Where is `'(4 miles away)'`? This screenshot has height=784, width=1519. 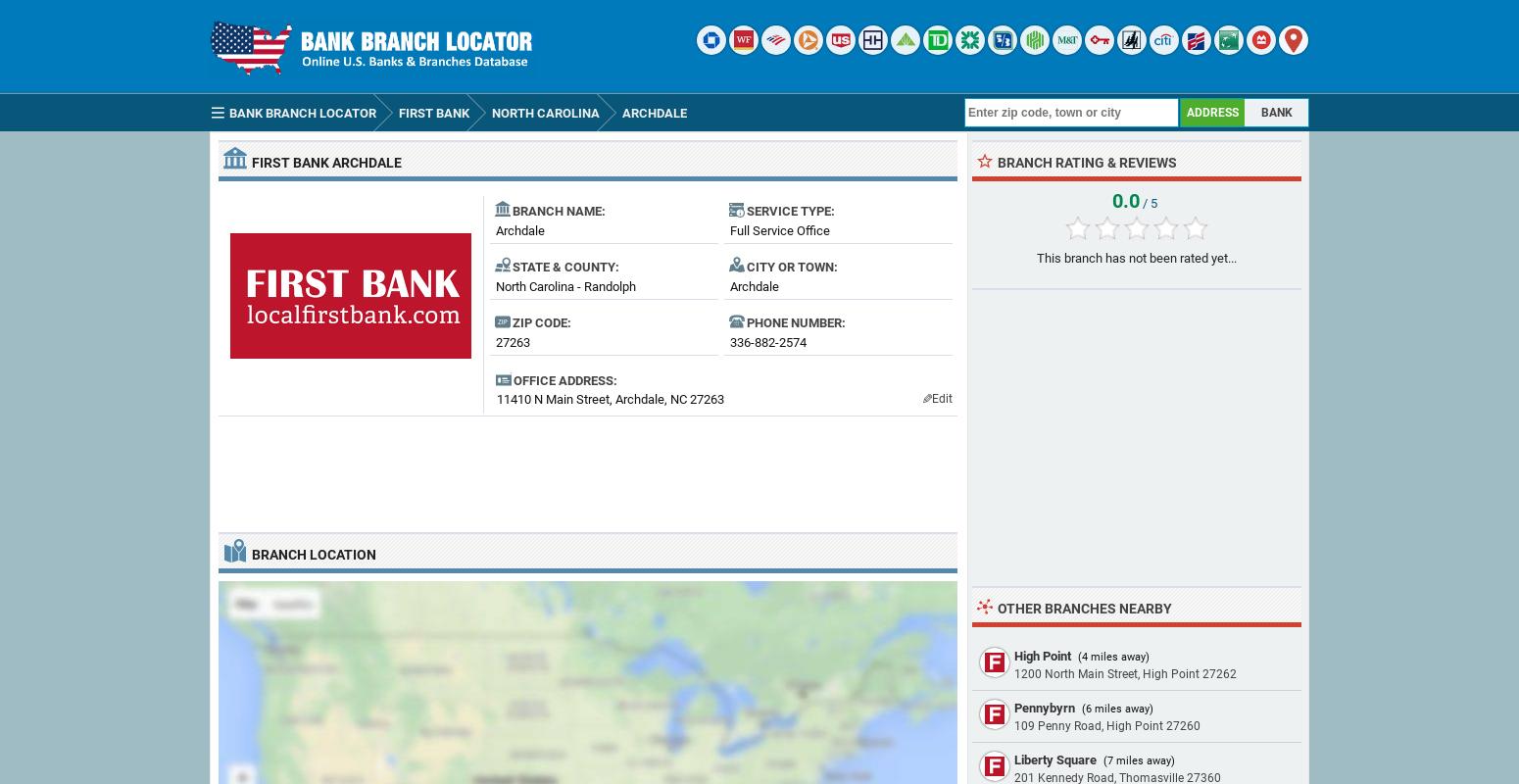
'(4 miles away)' is located at coordinates (1111, 657).